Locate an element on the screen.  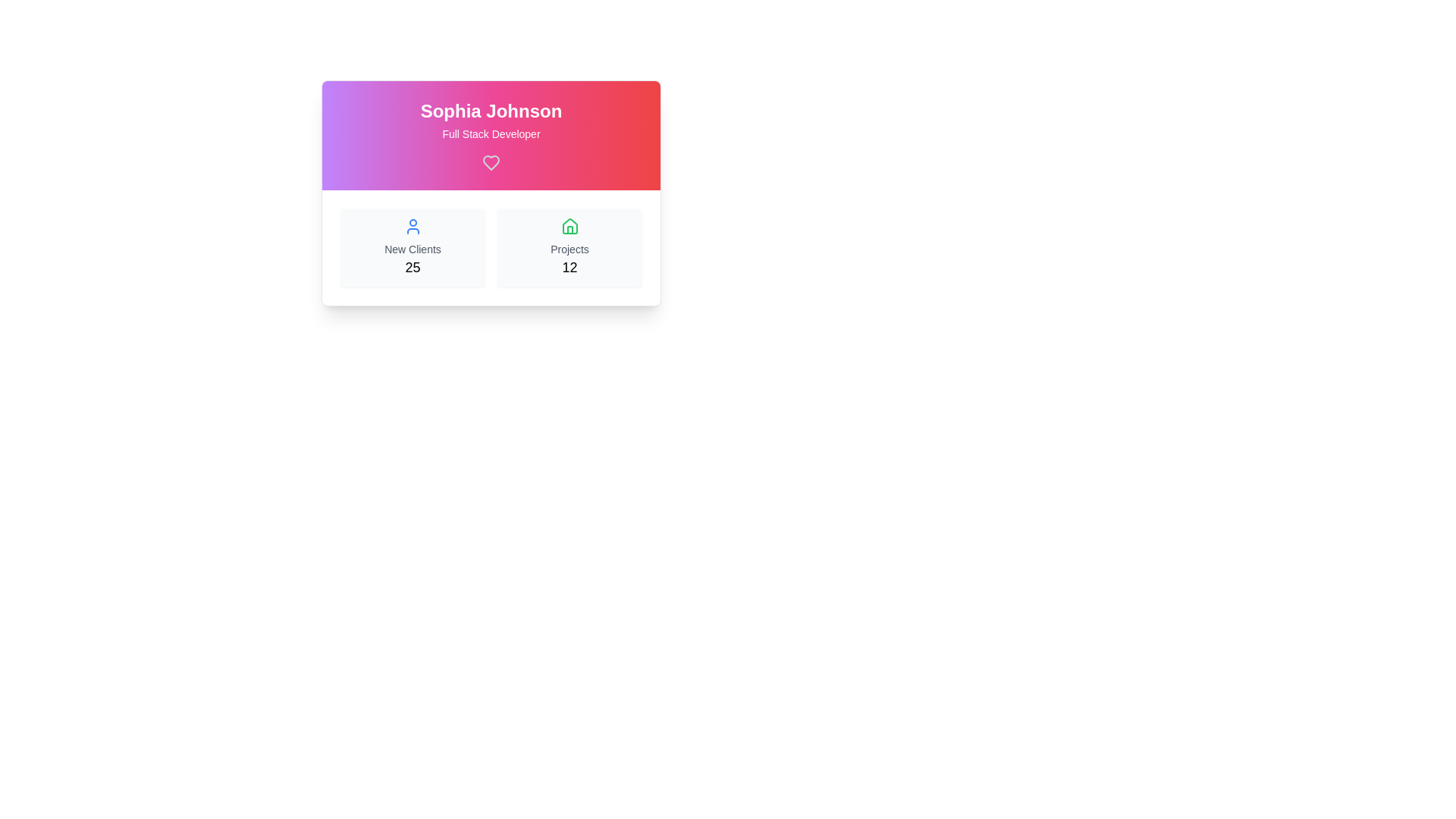
the heart icon located in the center of the header card, directly below the texts 'Sophia Johnson' and 'Full Stack Developer' is located at coordinates (491, 163).